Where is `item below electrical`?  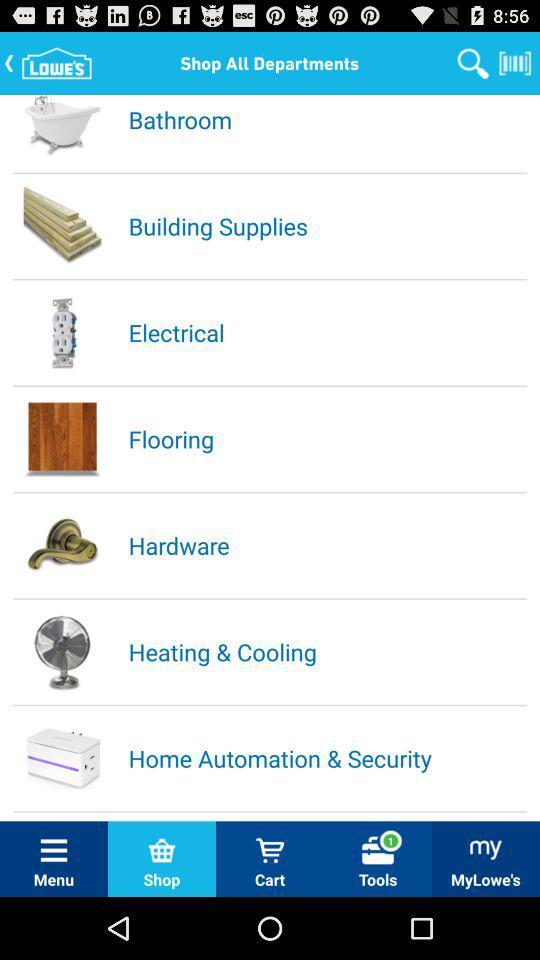 item below electrical is located at coordinates (326, 438).